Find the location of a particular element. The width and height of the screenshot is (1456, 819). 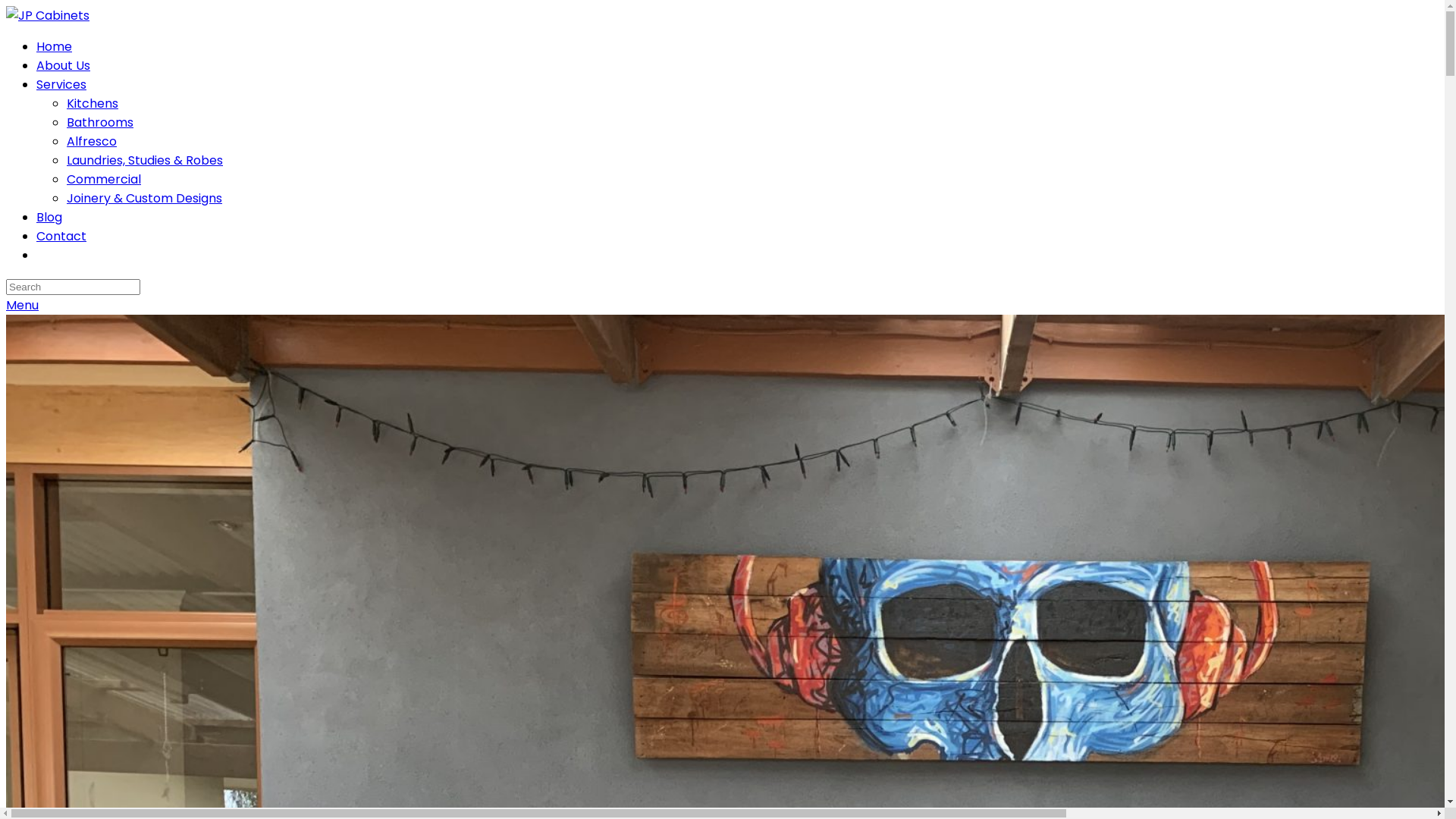

'About Us' is located at coordinates (62, 64).